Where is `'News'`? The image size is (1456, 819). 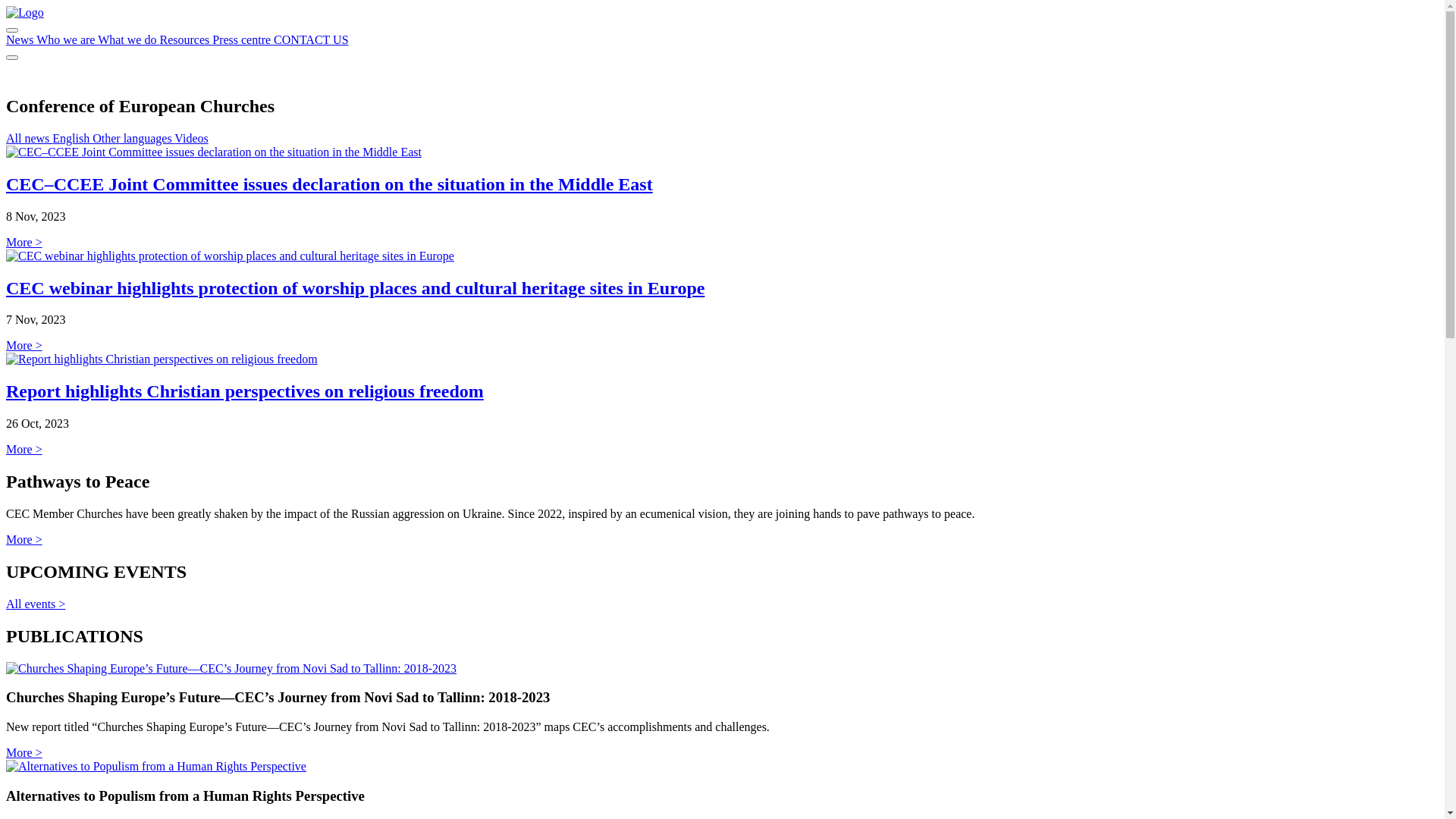
'News' is located at coordinates (6, 39).